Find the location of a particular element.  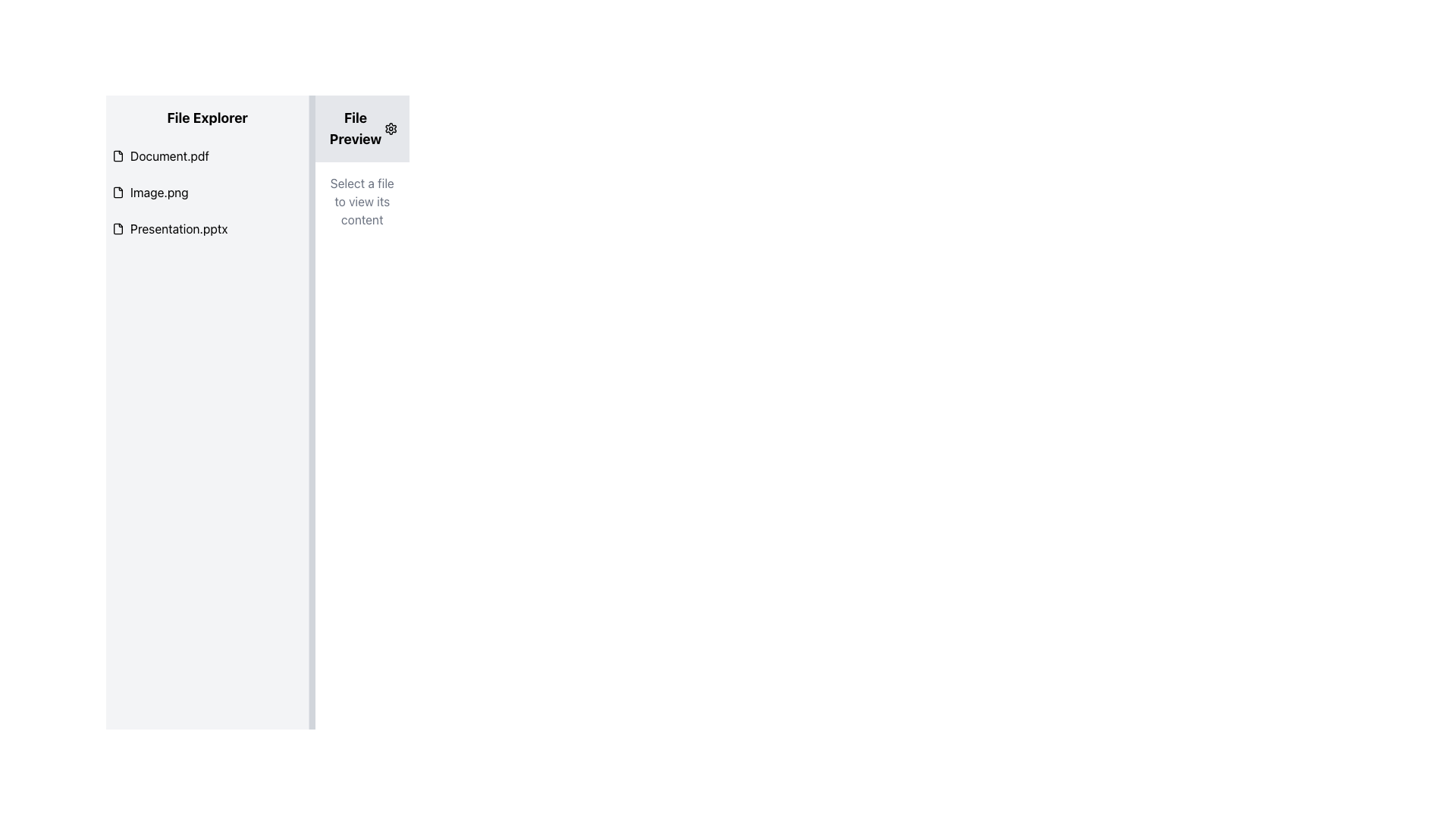

the text label displaying the message 'Select a file is located at coordinates (361, 201).